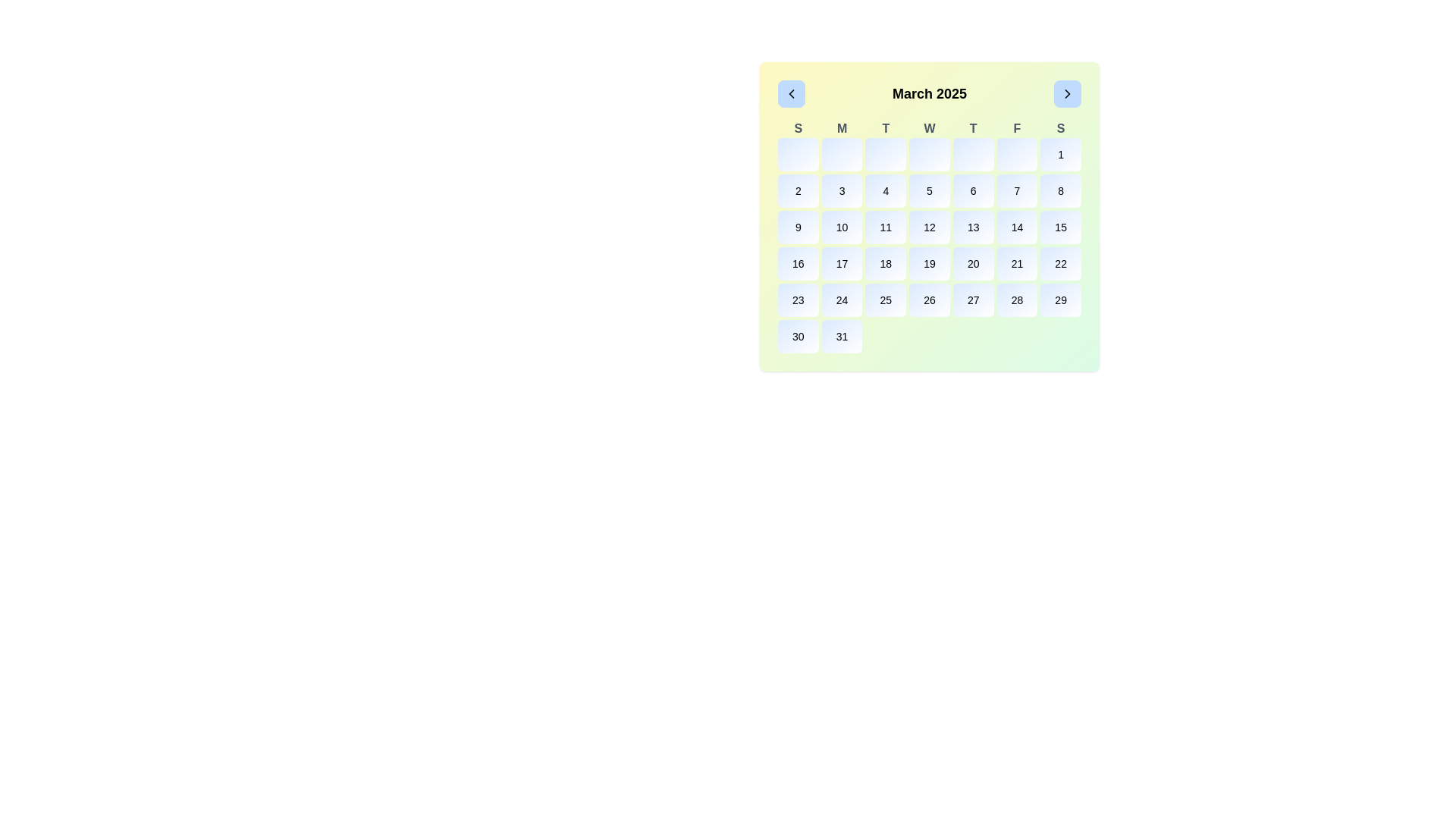 Image resolution: width=1456 pixels, height=819 pixels. What do you see at coordinates (841, 190) in the screenshot?
I see `the button representing the third day of March 2025 in the calendar` at bounding box center [841, 190].